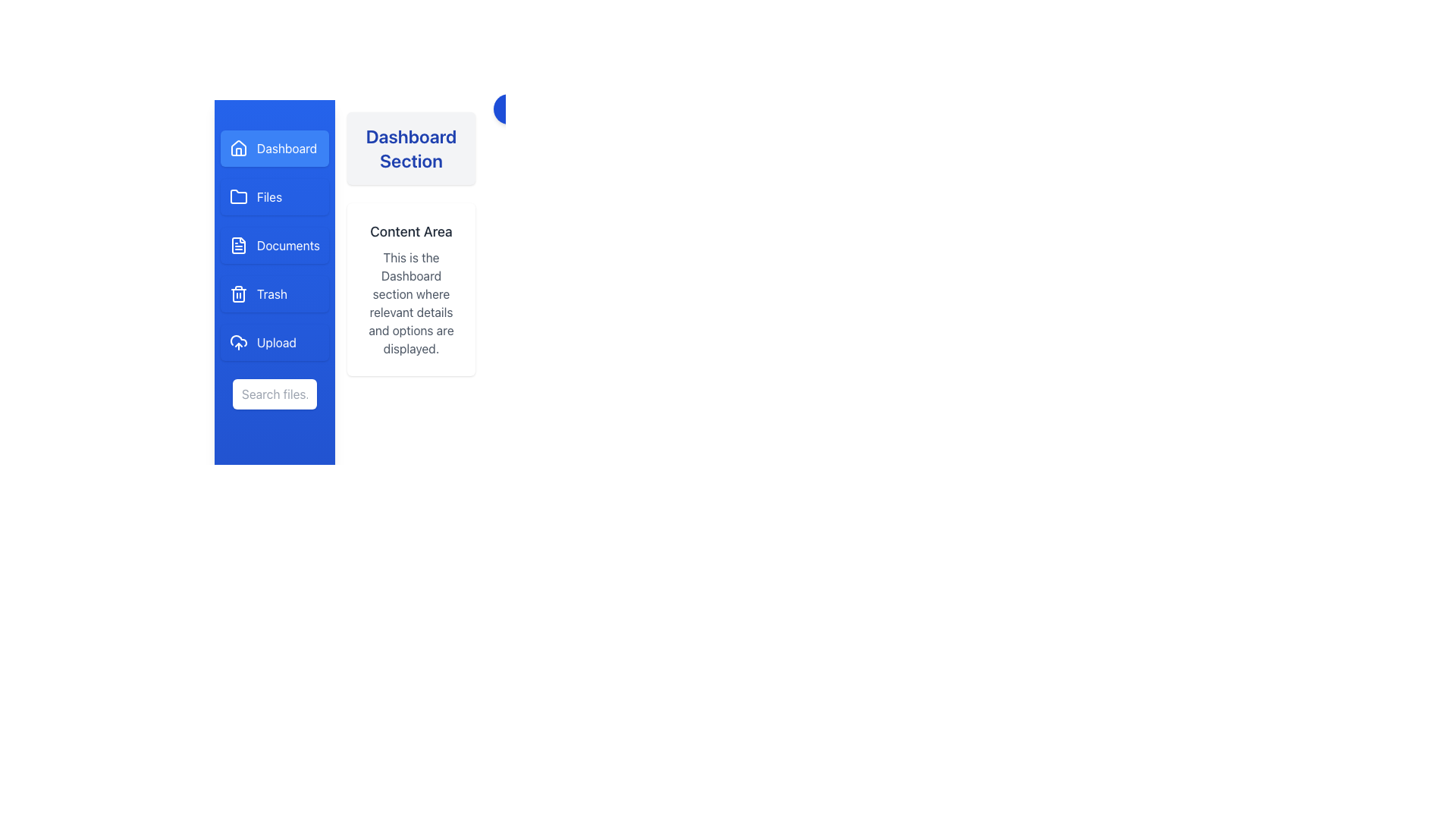 This screenshot has width=1456, height=819. Describe the element at coordinates (411, 303) in the screenshot. I see `the descriptive text block that reads 'This is the Dashboard section where relevant details and options are displayed.' located in the 'Content Area' card` at that location.